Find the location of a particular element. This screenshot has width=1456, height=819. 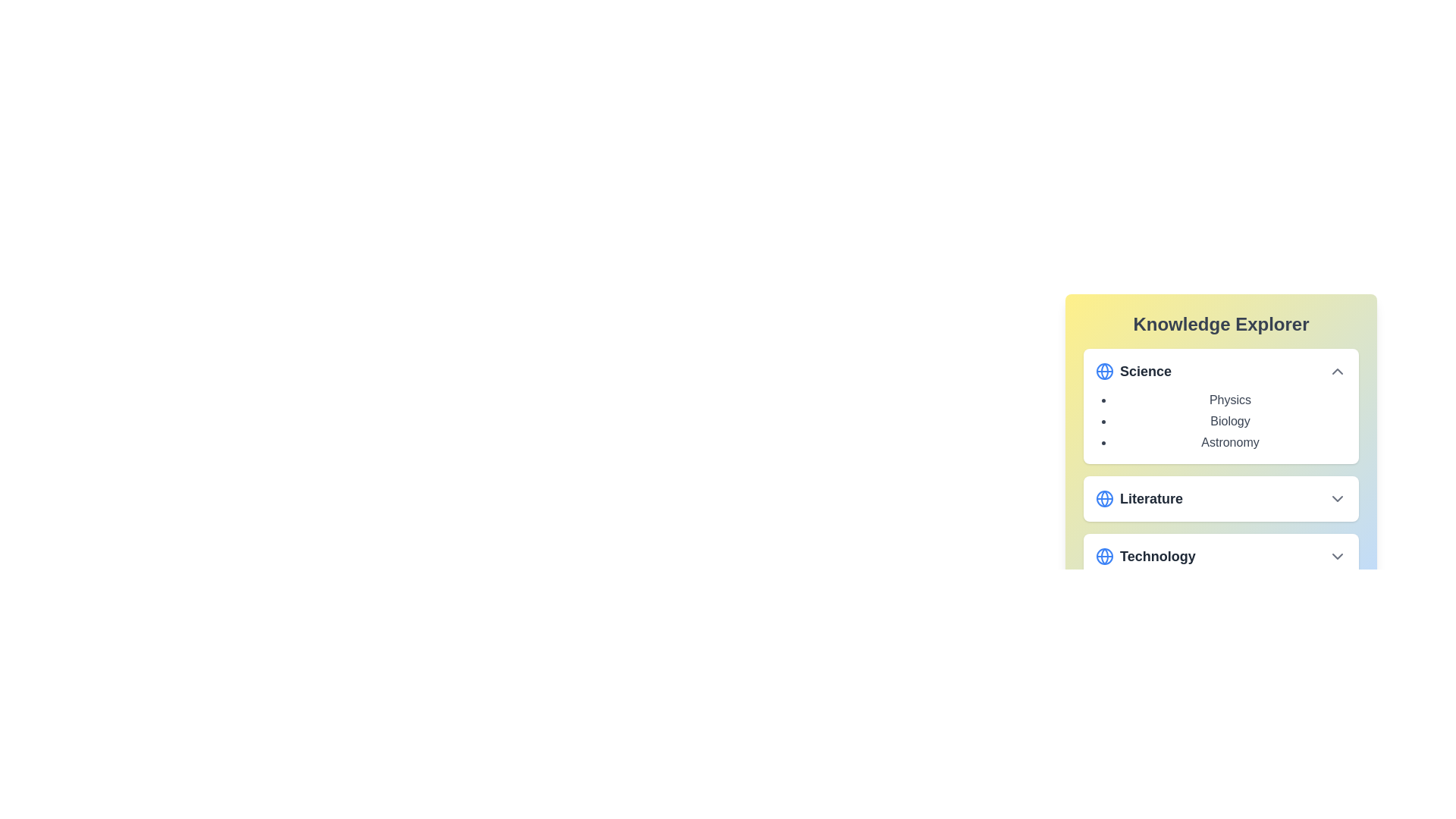

the topic Technology to display additional visual feedback is located at coordinates (1221, 556).